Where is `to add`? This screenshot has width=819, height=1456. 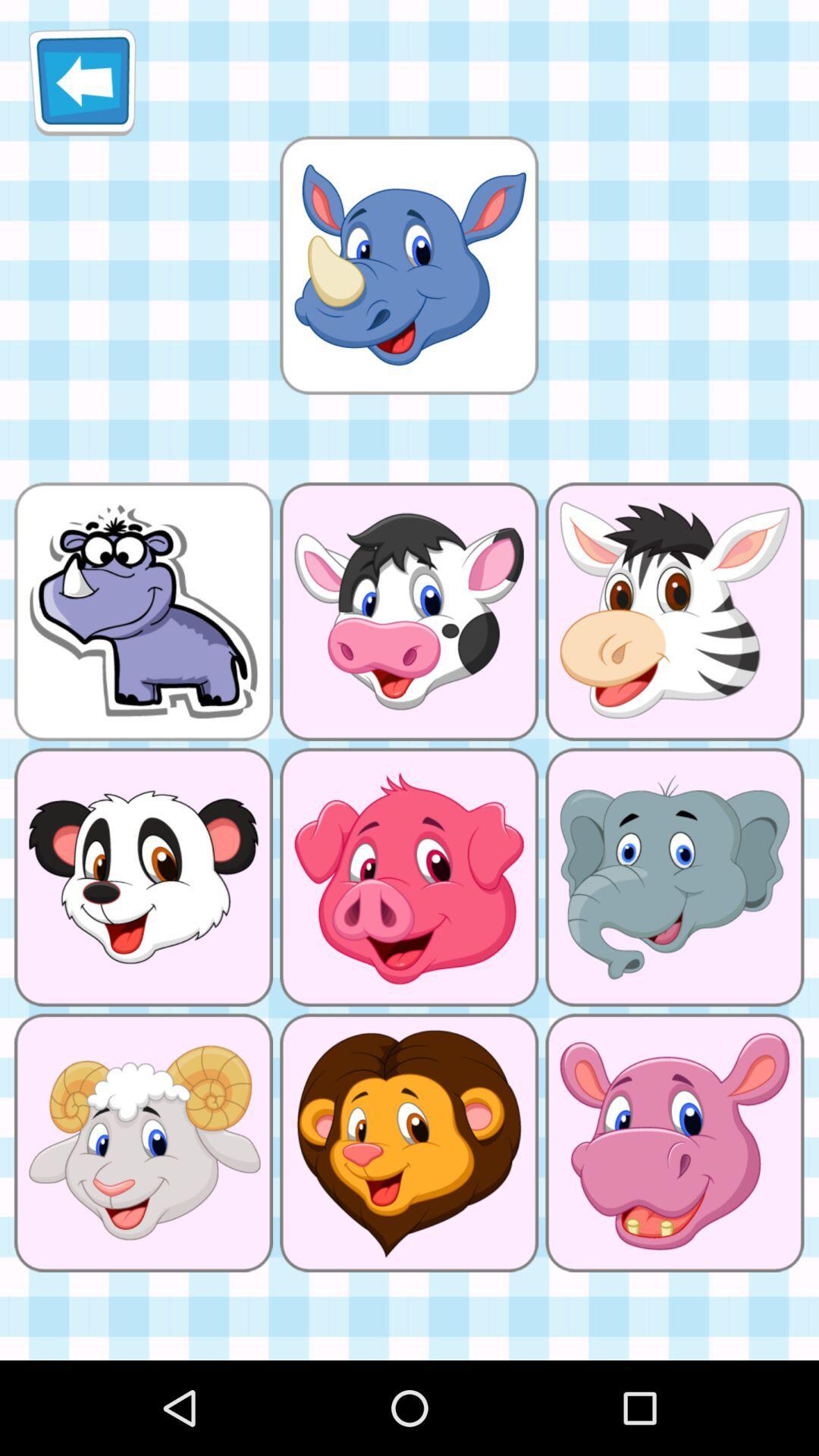 to add is located at coordinates (408, 265).